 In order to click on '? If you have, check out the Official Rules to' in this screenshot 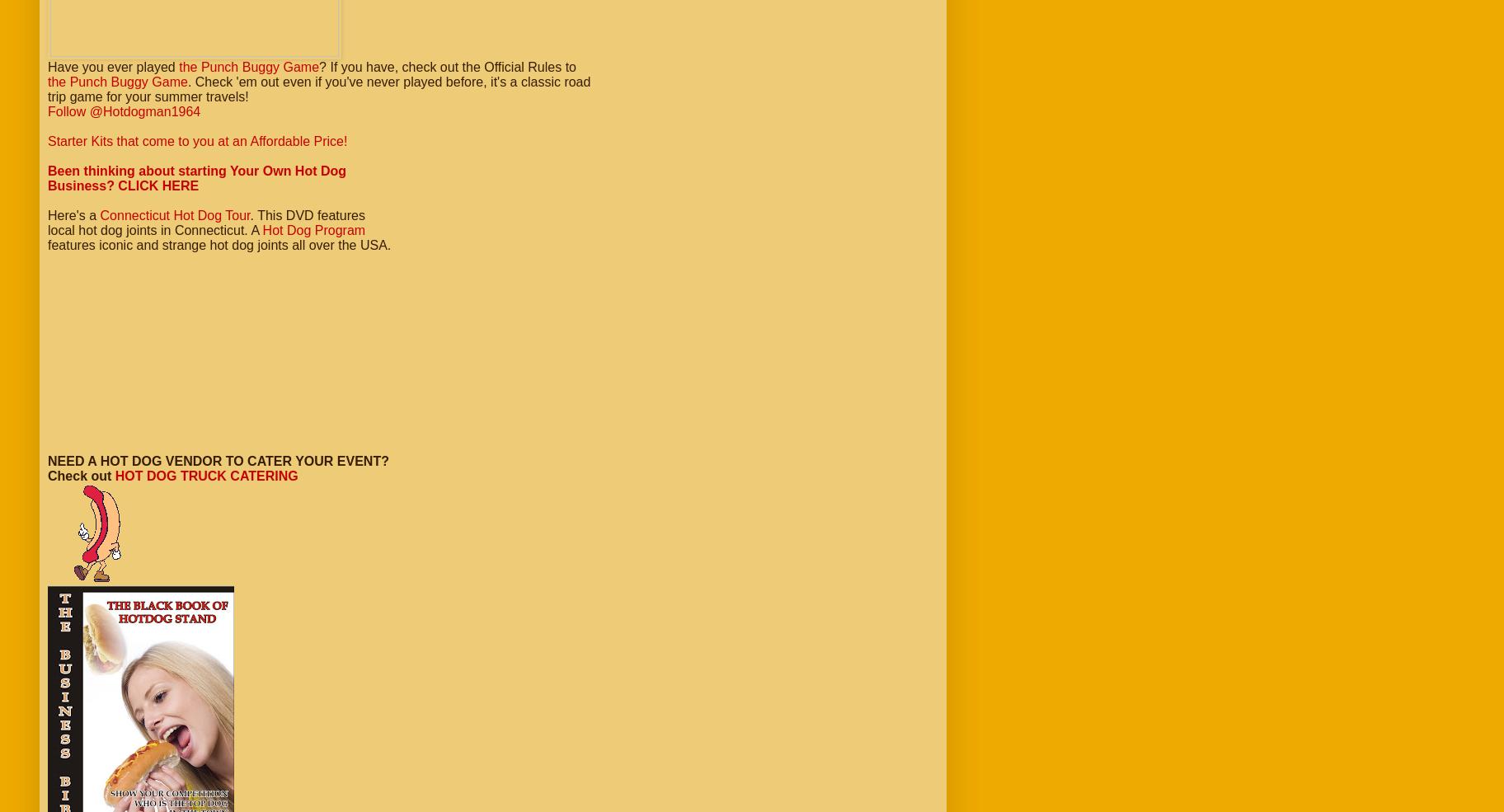, I will do `click(446, 66)`.